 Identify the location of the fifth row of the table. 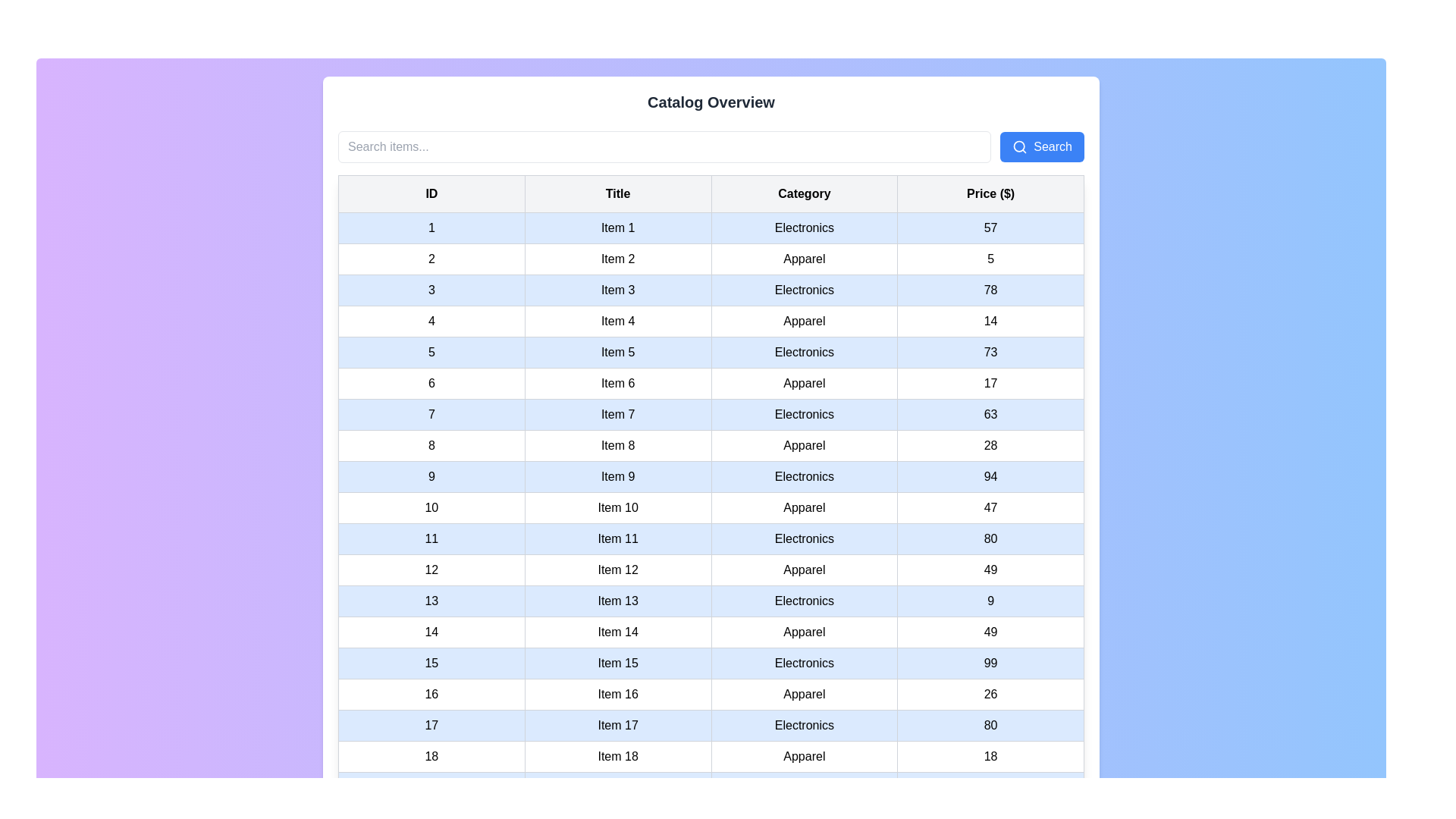
(710, 353).